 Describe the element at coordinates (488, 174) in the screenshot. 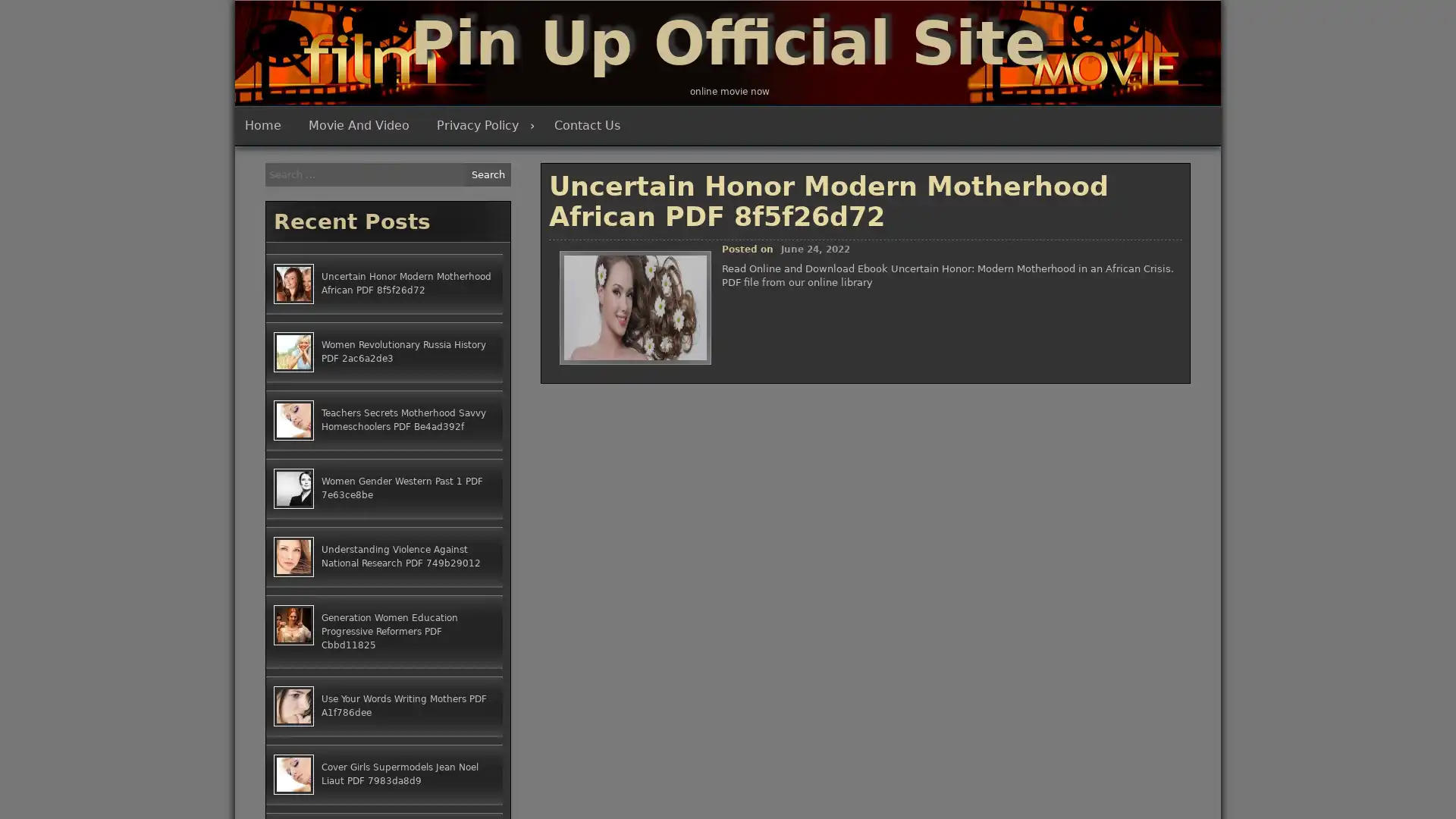

I see `Search` at that location.